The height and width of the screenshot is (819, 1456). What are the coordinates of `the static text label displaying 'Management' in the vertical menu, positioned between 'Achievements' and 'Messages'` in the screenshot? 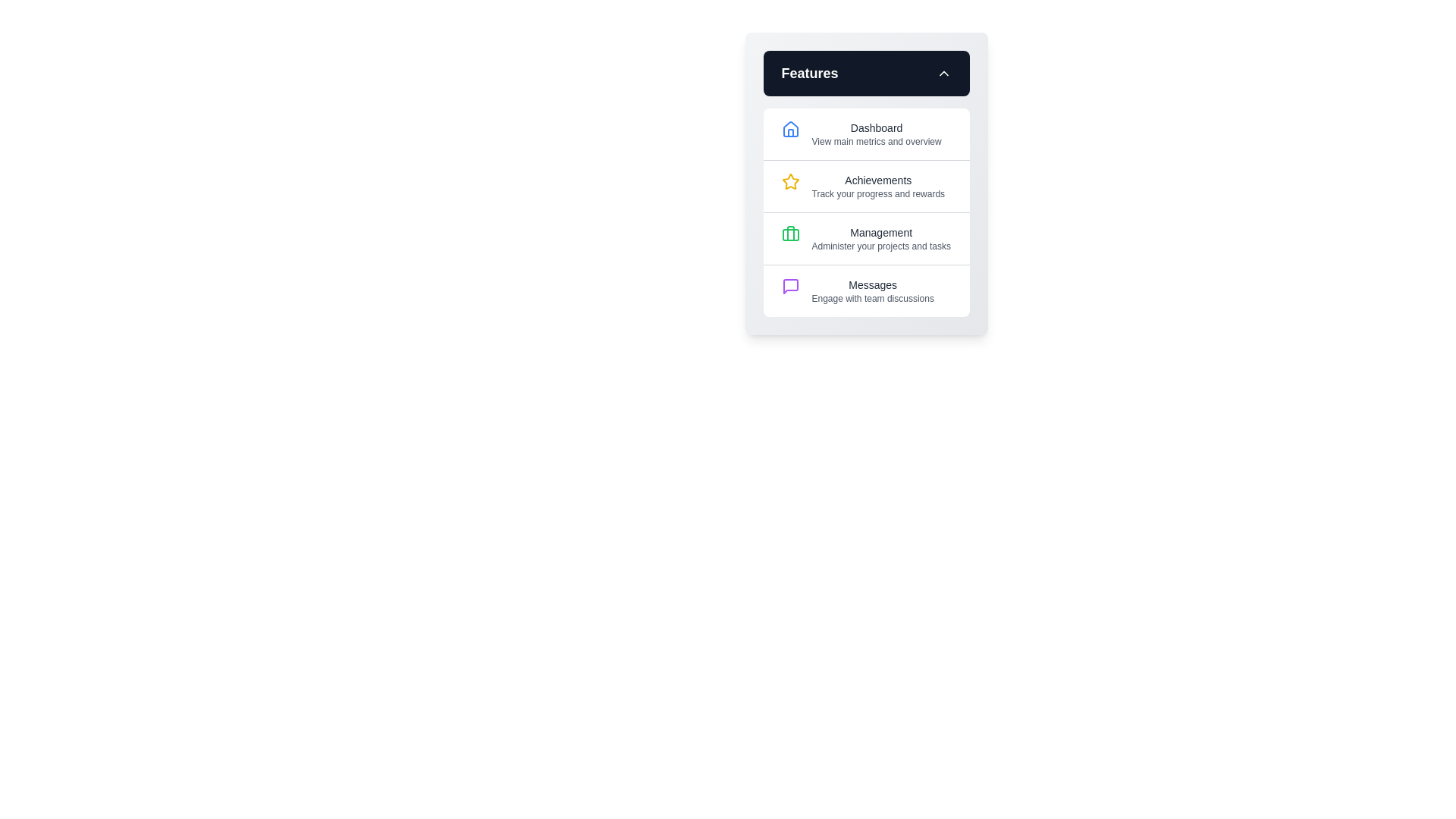 It's located at (881, 233).